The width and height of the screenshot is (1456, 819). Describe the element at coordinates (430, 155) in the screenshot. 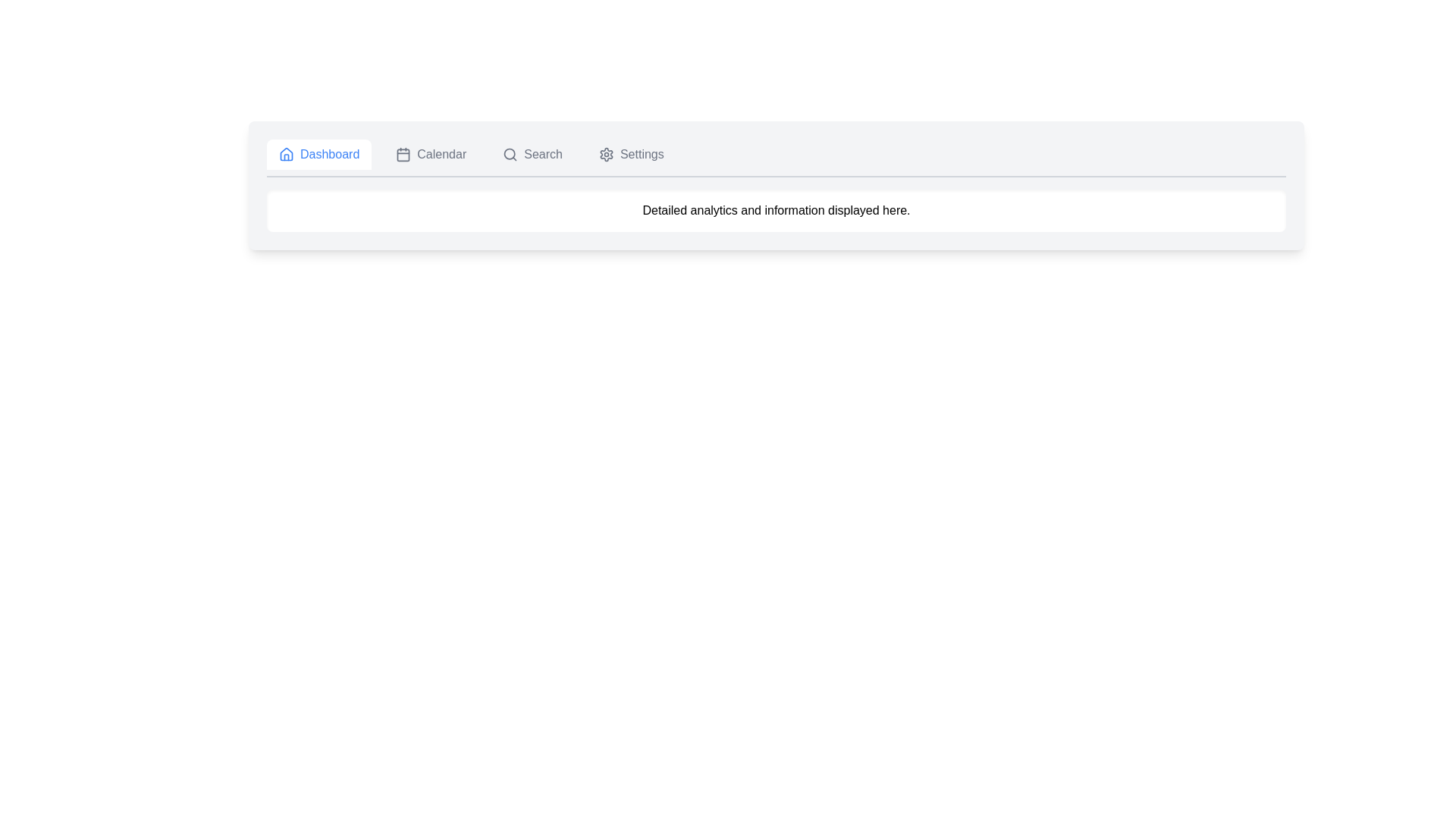

I see `the 'Calendar' button, which features a calendar icon on the left and is located between 'Dashboard' and 'Search' in the navigation toolbar` at that location.